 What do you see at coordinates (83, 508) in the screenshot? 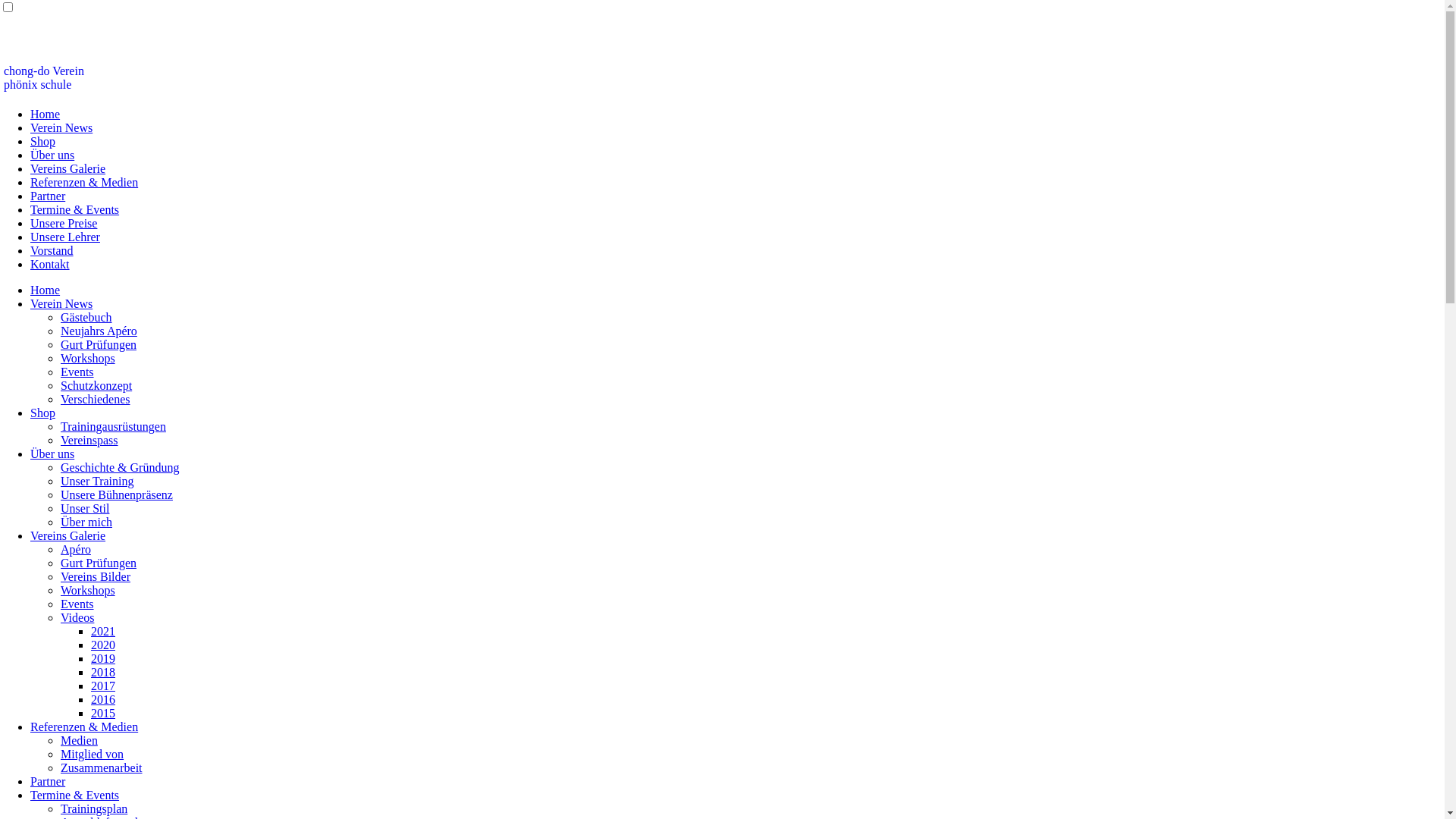
I see `'Unser Stil'` at bounding box center [83, 508].